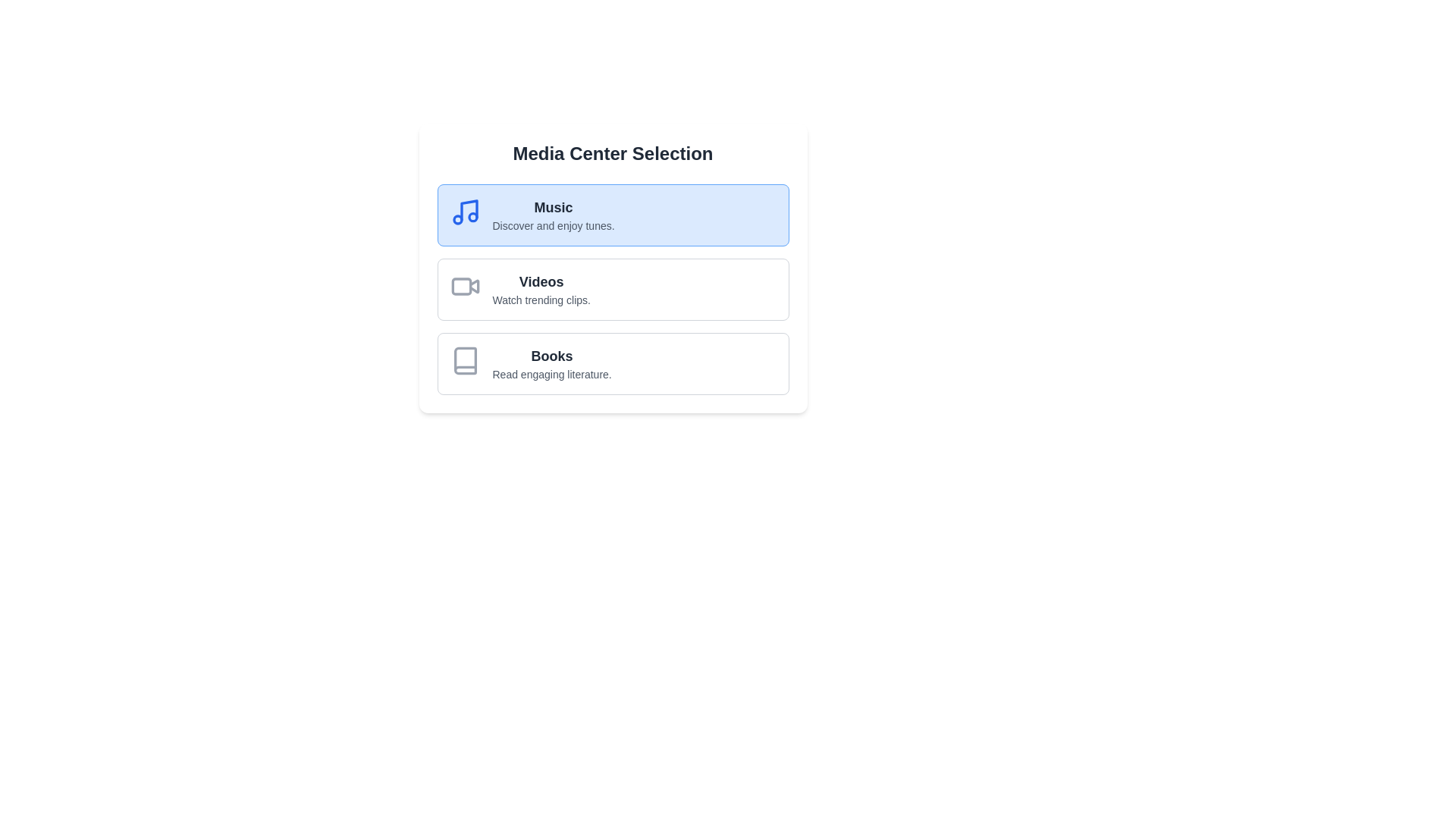  Describe the element at coordinates (460, 287) in the screenshot. I see `the SVG icon representing the 'Videos' section, located in the second row of the vertical list, to the left of the 'Videos' label` at that location.